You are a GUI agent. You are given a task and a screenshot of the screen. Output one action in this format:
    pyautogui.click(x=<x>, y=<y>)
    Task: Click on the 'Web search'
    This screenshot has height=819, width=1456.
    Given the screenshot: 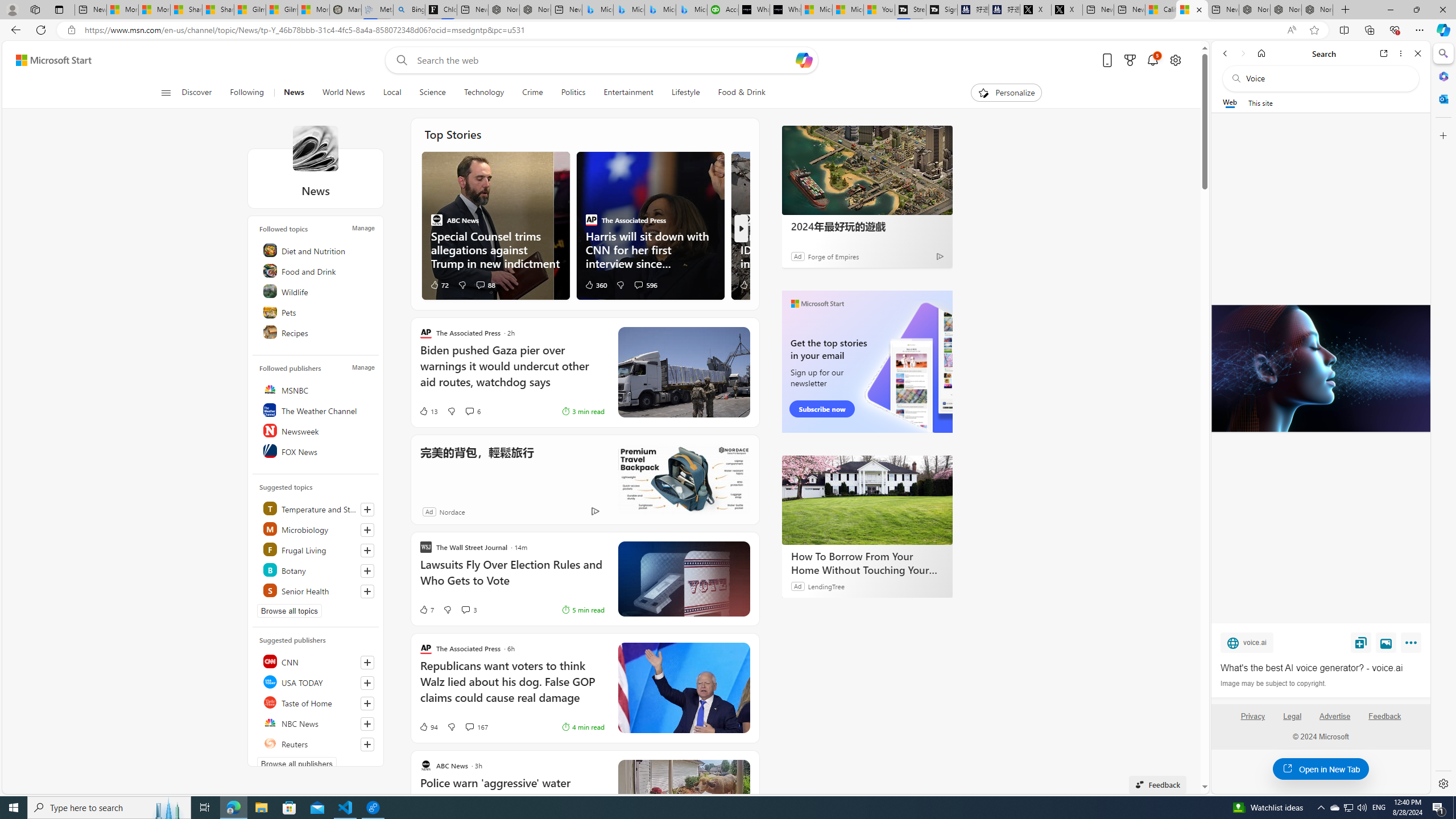 What is the action you would take?
    pyautogui.click(x=399, y=60)
    